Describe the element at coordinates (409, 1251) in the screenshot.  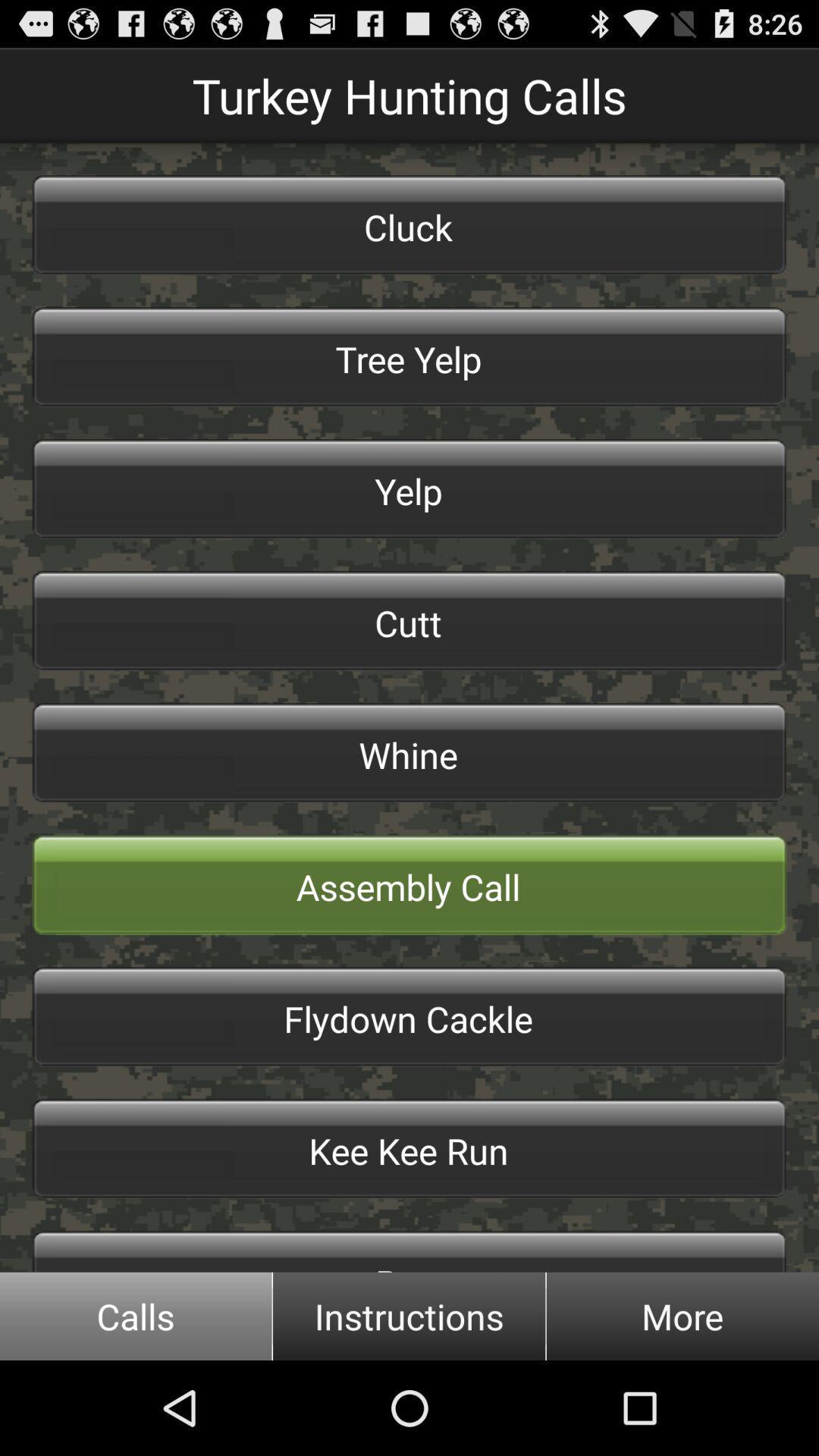
I see `the icon below the kee kee run button` at that location.